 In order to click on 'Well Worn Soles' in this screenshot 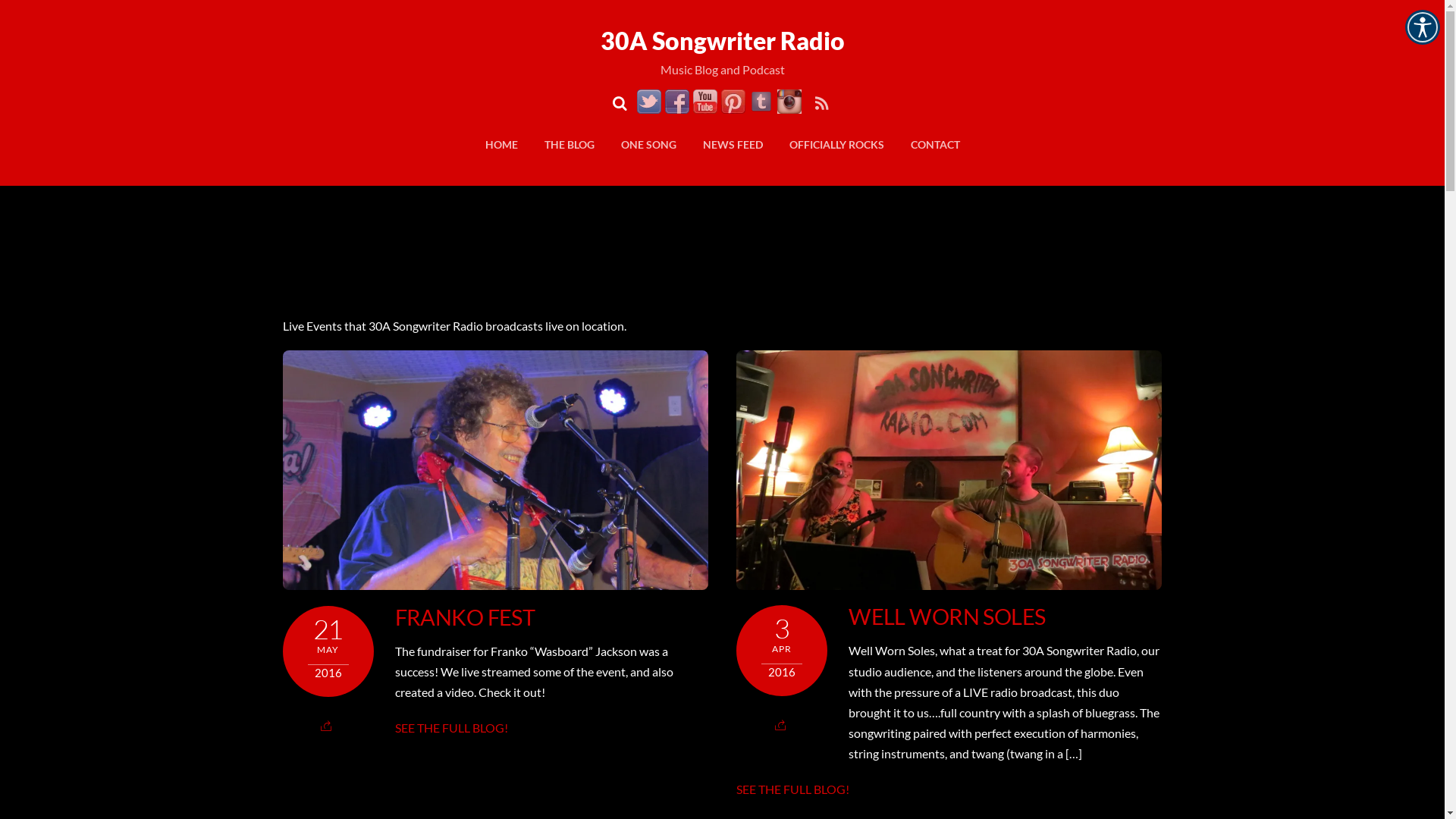, I will do `click(948, 469)`.